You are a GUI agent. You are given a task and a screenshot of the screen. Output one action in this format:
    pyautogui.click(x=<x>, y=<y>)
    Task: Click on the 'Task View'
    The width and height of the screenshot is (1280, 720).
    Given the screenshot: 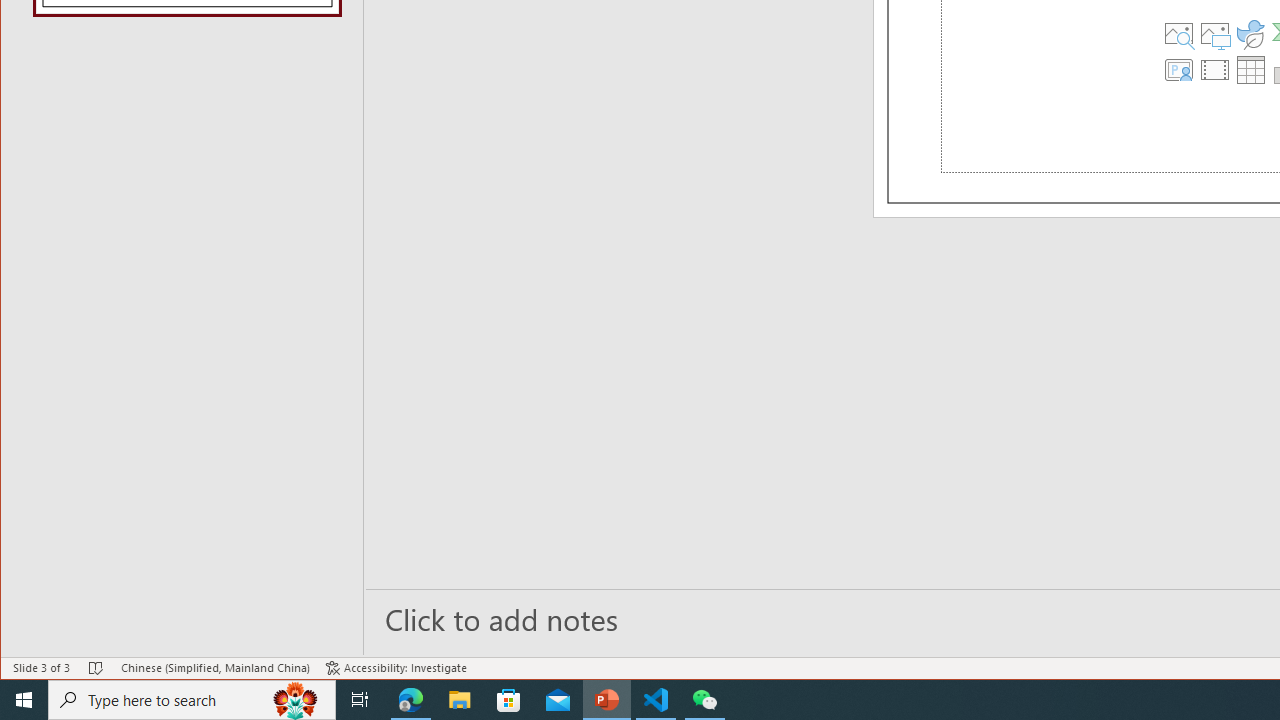 What is the action you would take?
    pyautogui.click(x=359, y=698)
    